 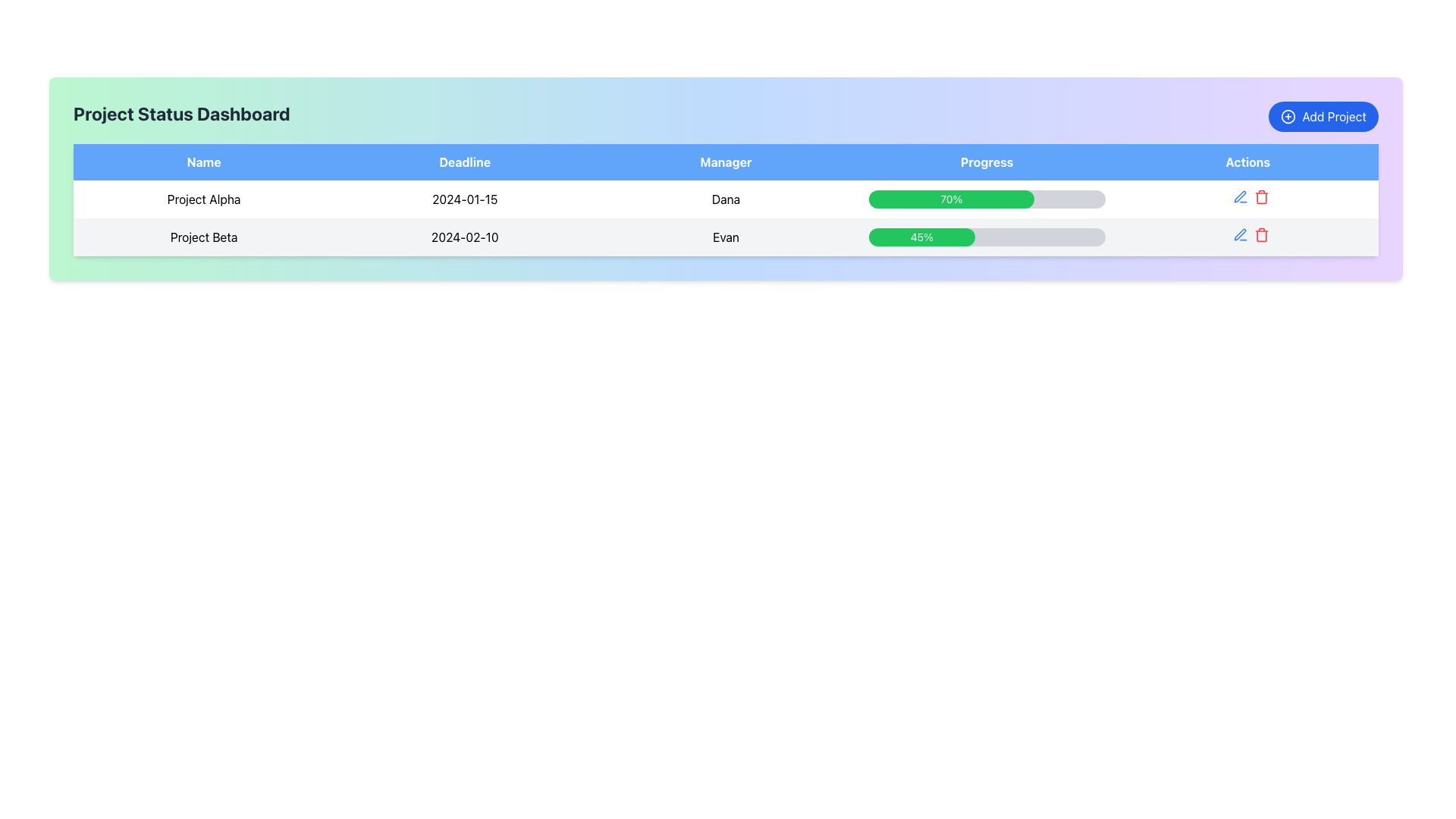 What do you see at coordinates (203, 198) in the screenshot?
I see `the text display cell showing 'Project Alpha' in the first row of the table under the 'Name' column` at bounding box center [203, 198].